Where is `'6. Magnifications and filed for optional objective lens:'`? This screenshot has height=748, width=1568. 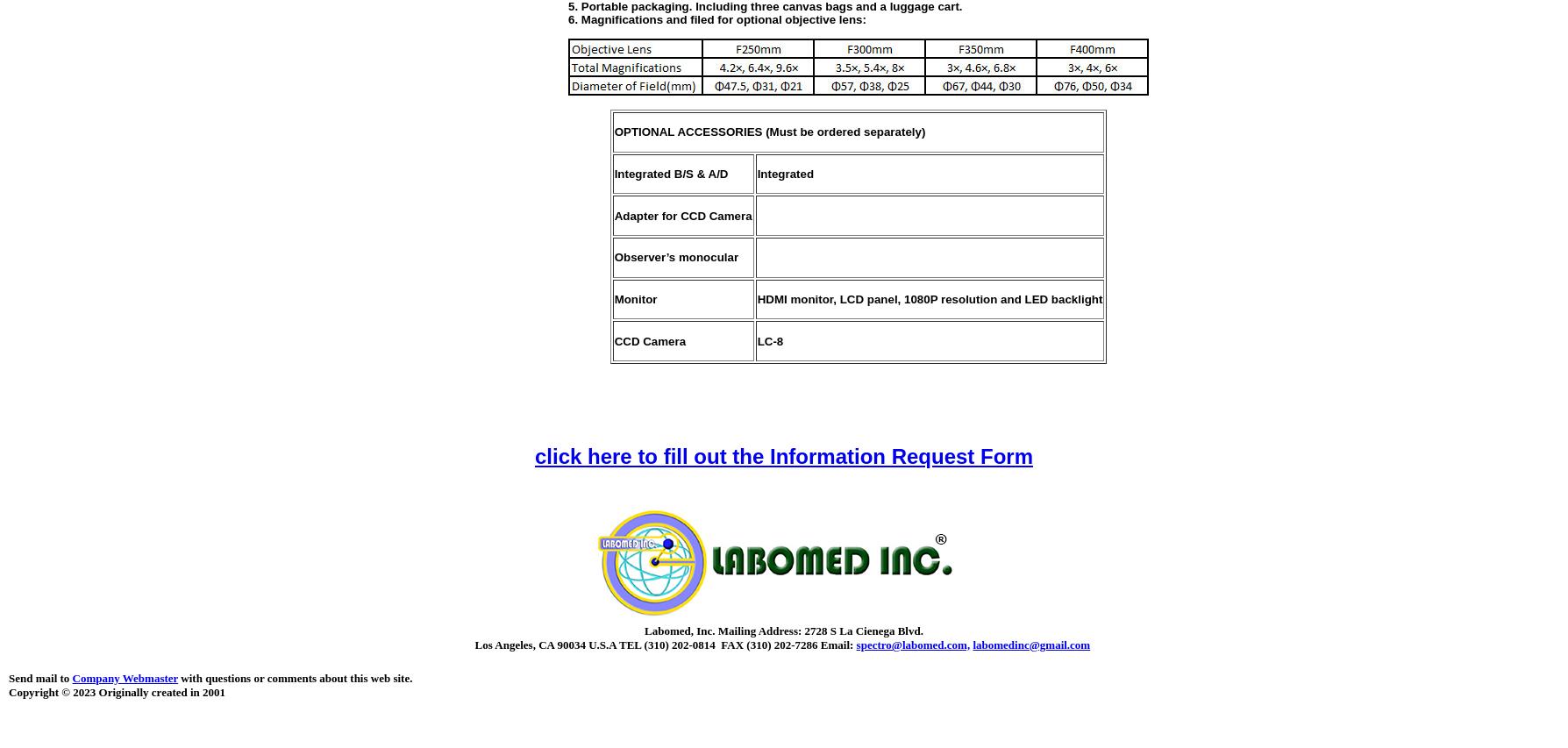
'6. Magnifications and filed for optional objective lens:' is located at coordinates (716, 18).